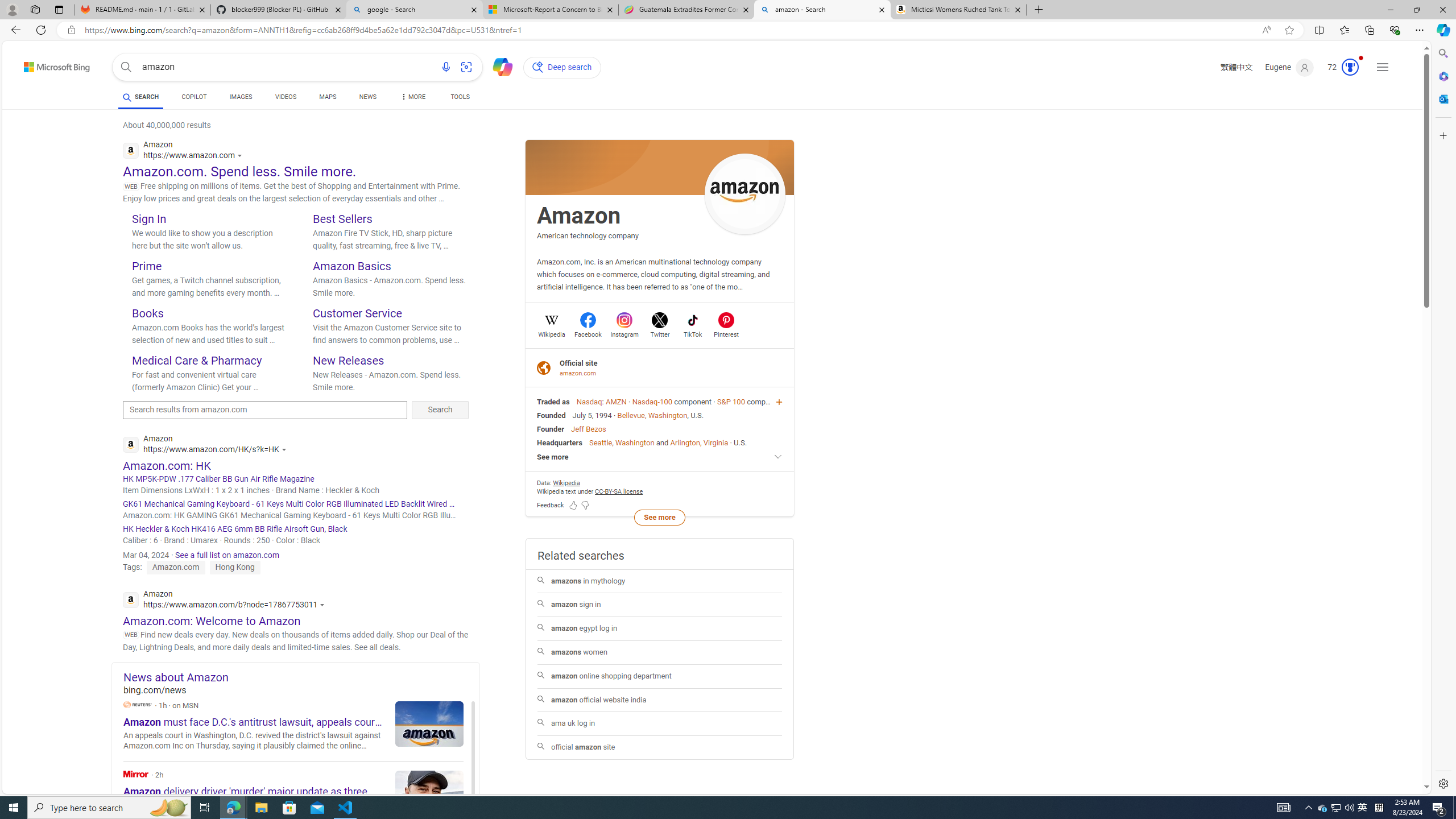 This screenshot has width=1456, height=819. What do you see at coordinates (659, 747) in the screenshot?
I see `'official amazon site'` at bounding box center [659, 747].